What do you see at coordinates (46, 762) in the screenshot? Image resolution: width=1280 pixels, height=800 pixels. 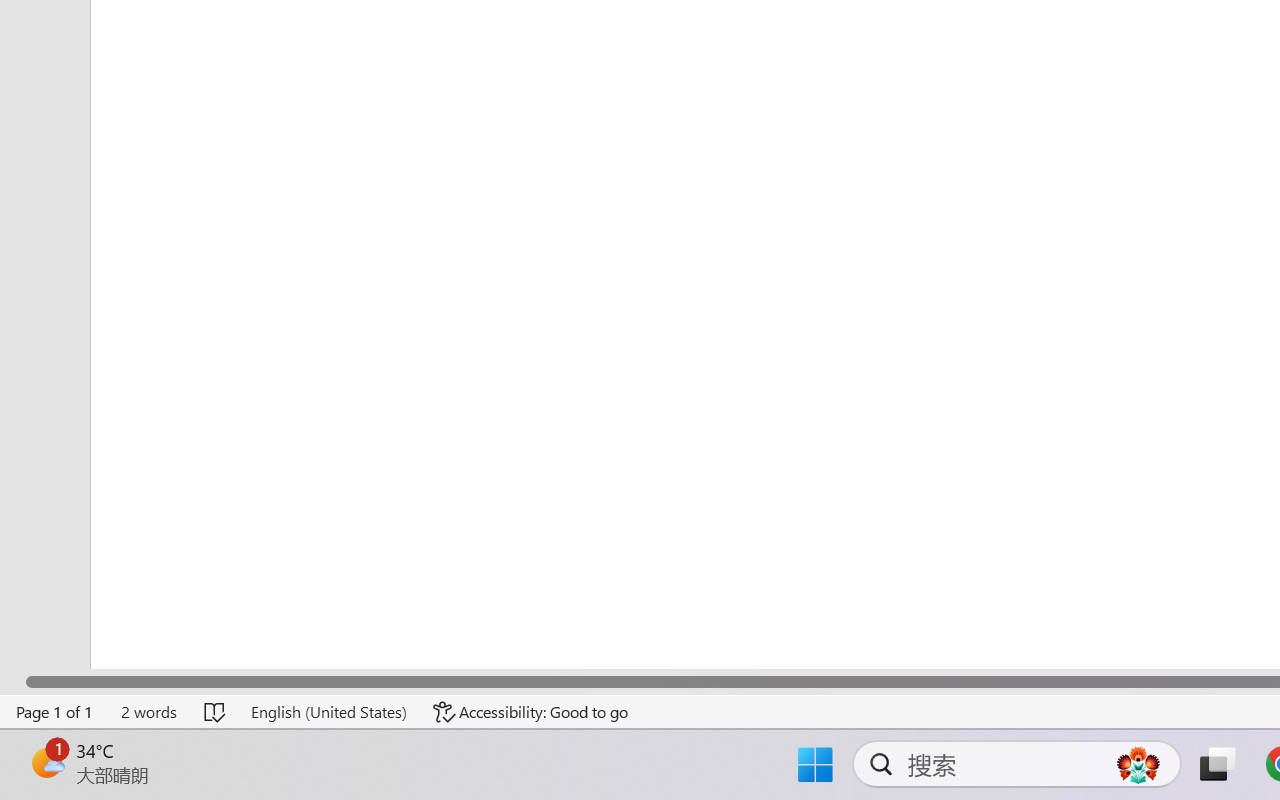 I see `'AutomationID: BadgeAnchorLargeTicker'` at bounding box center [46, 762].